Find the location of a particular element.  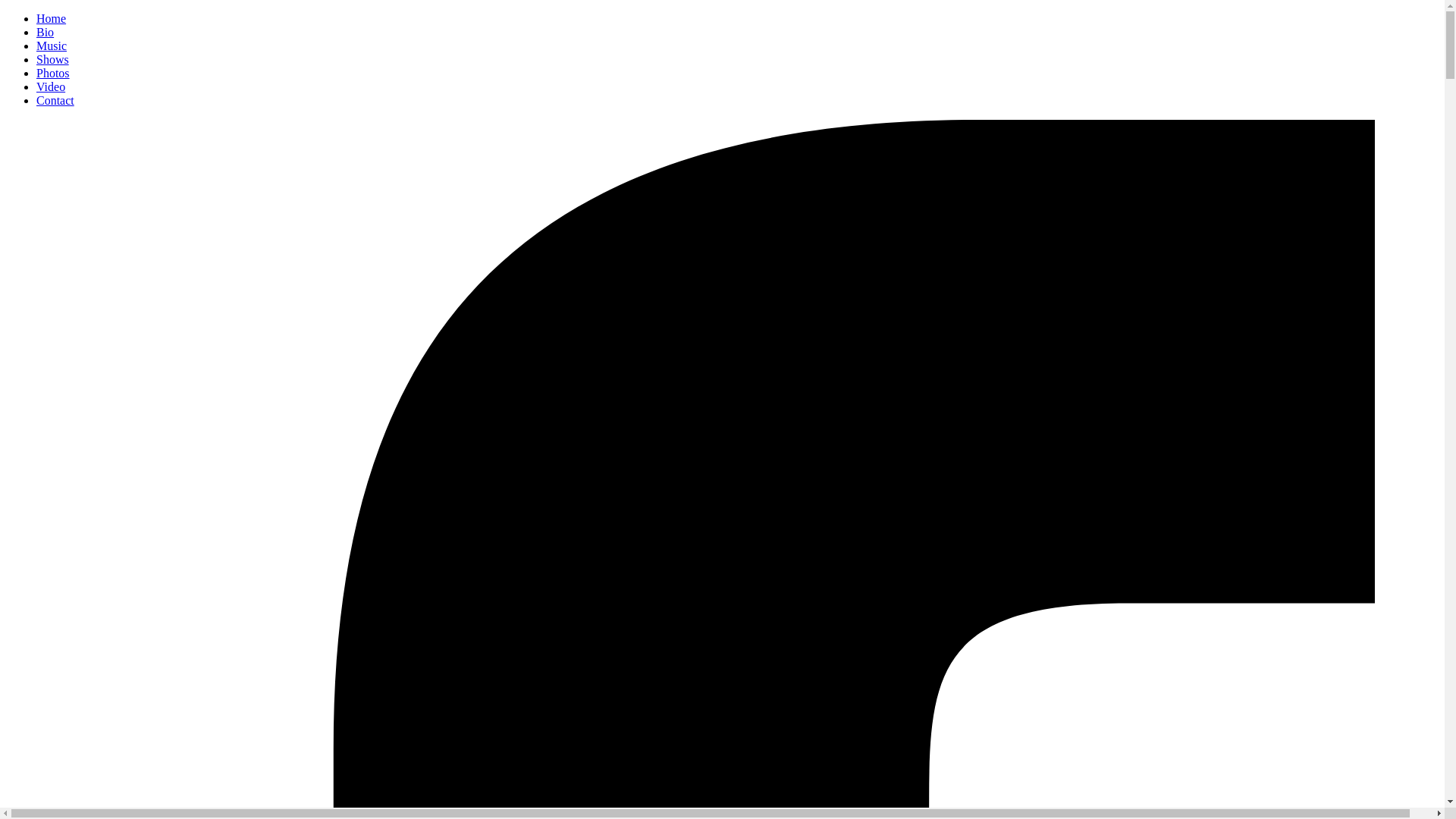

'Video' is located at coordinates (36, 86).